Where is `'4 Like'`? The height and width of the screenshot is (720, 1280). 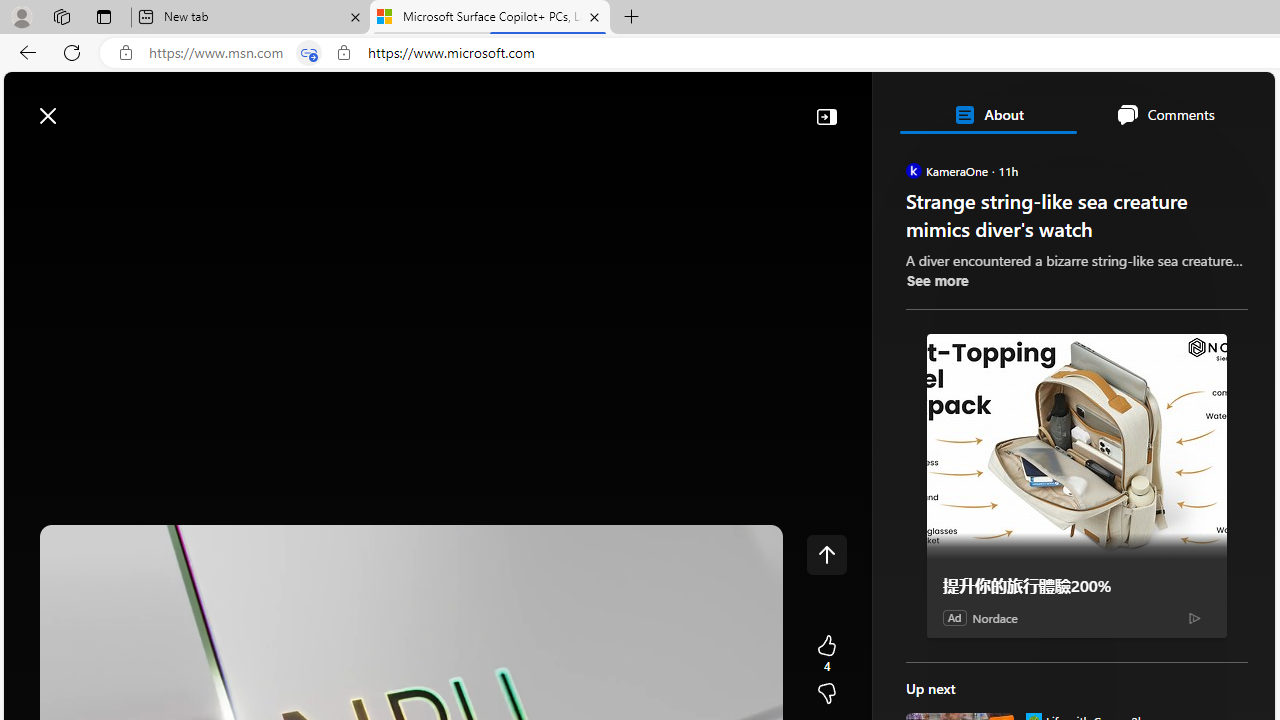
'4 Like' is located at coordinates (826, 654).